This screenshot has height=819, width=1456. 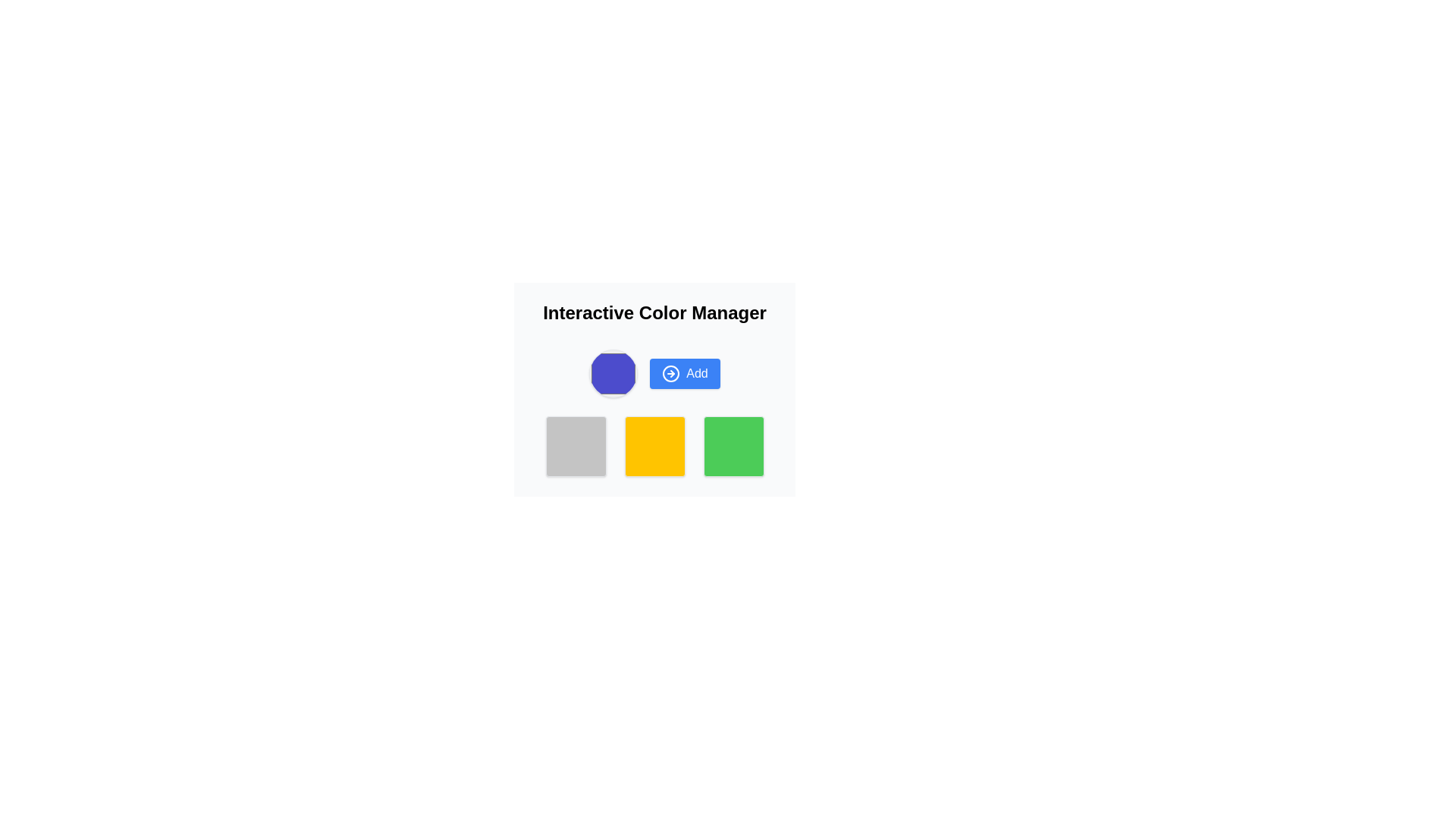 I want to click on the button below the title 'Interactive Color Manager', next to a purple octagonal shape, so click(x=654, y=379).